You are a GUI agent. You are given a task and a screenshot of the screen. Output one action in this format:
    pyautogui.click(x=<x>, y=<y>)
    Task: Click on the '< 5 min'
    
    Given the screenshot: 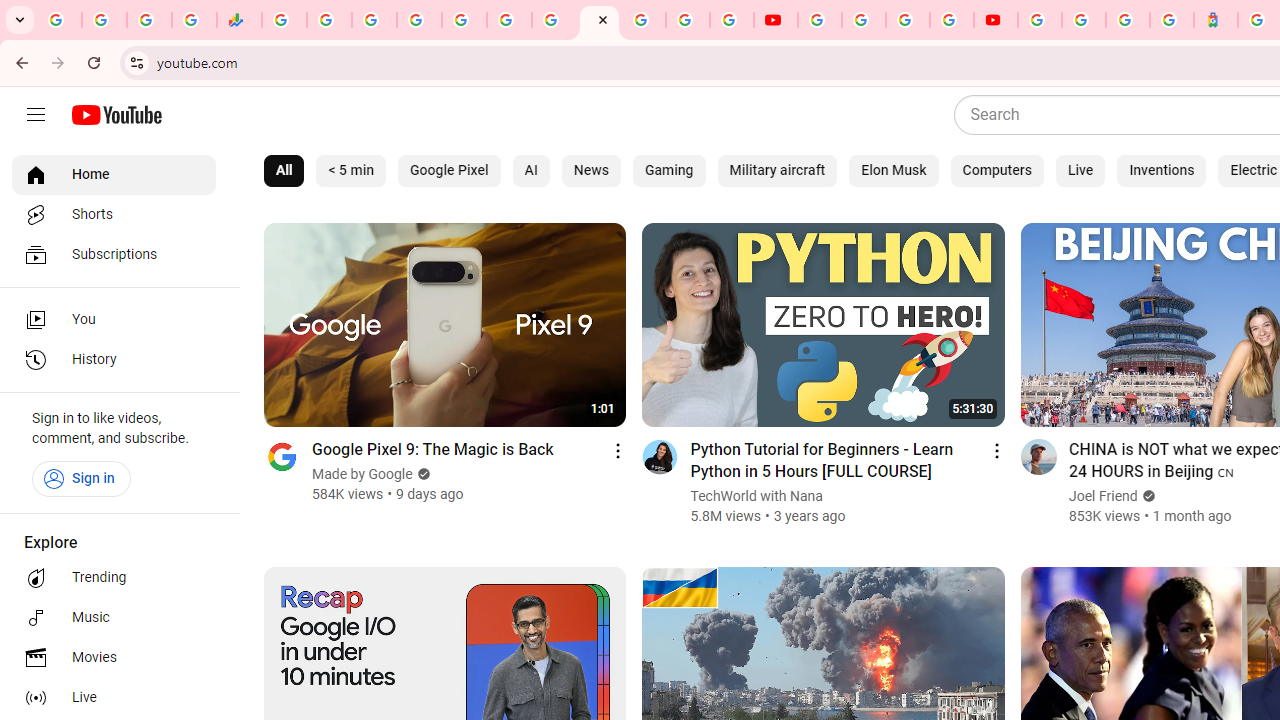 What is the action you would take?
    pyautogui.click(x=351, y=170)
    